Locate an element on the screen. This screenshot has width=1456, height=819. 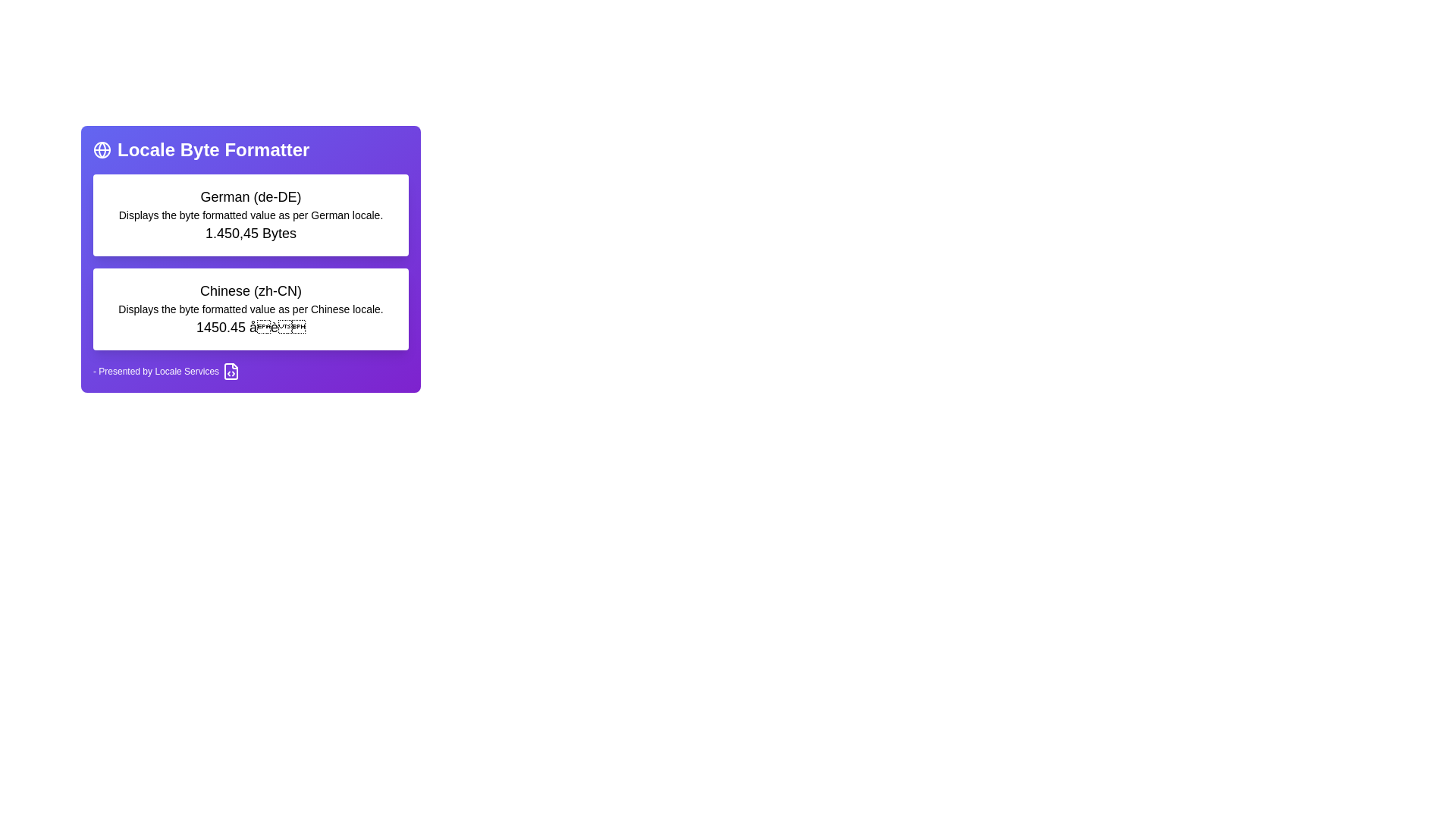
the Informational panel that contains locale-specific information for German (de-DE) and Chinese (zh-CN), located centrally beneath the title 'Locale Byte Formatter' is located at coordinates (251, 262).